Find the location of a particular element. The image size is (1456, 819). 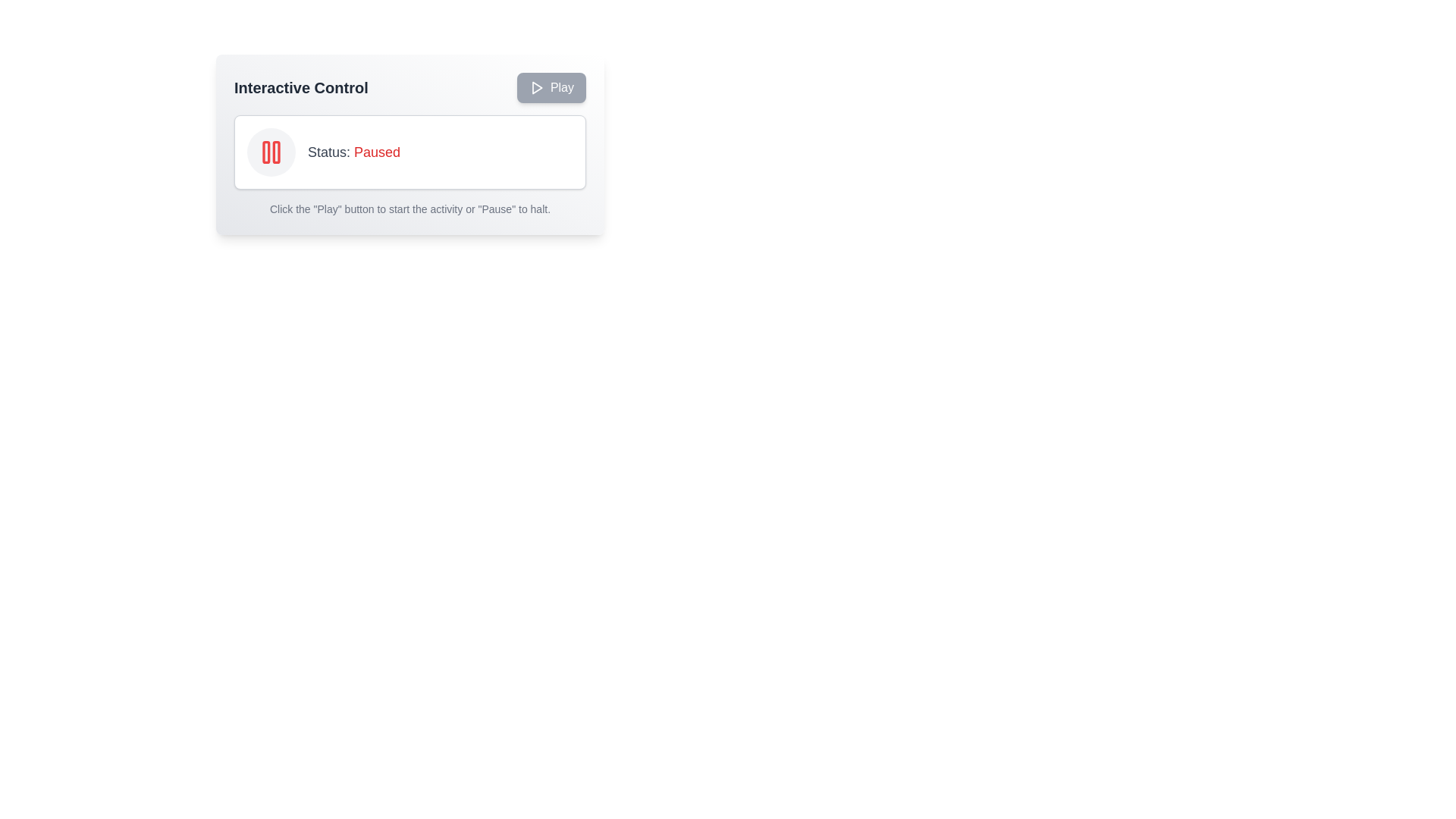

the 'Play' text label located on the gray rounded button that features a play icon on the left side is located at coordinates (561, 87).